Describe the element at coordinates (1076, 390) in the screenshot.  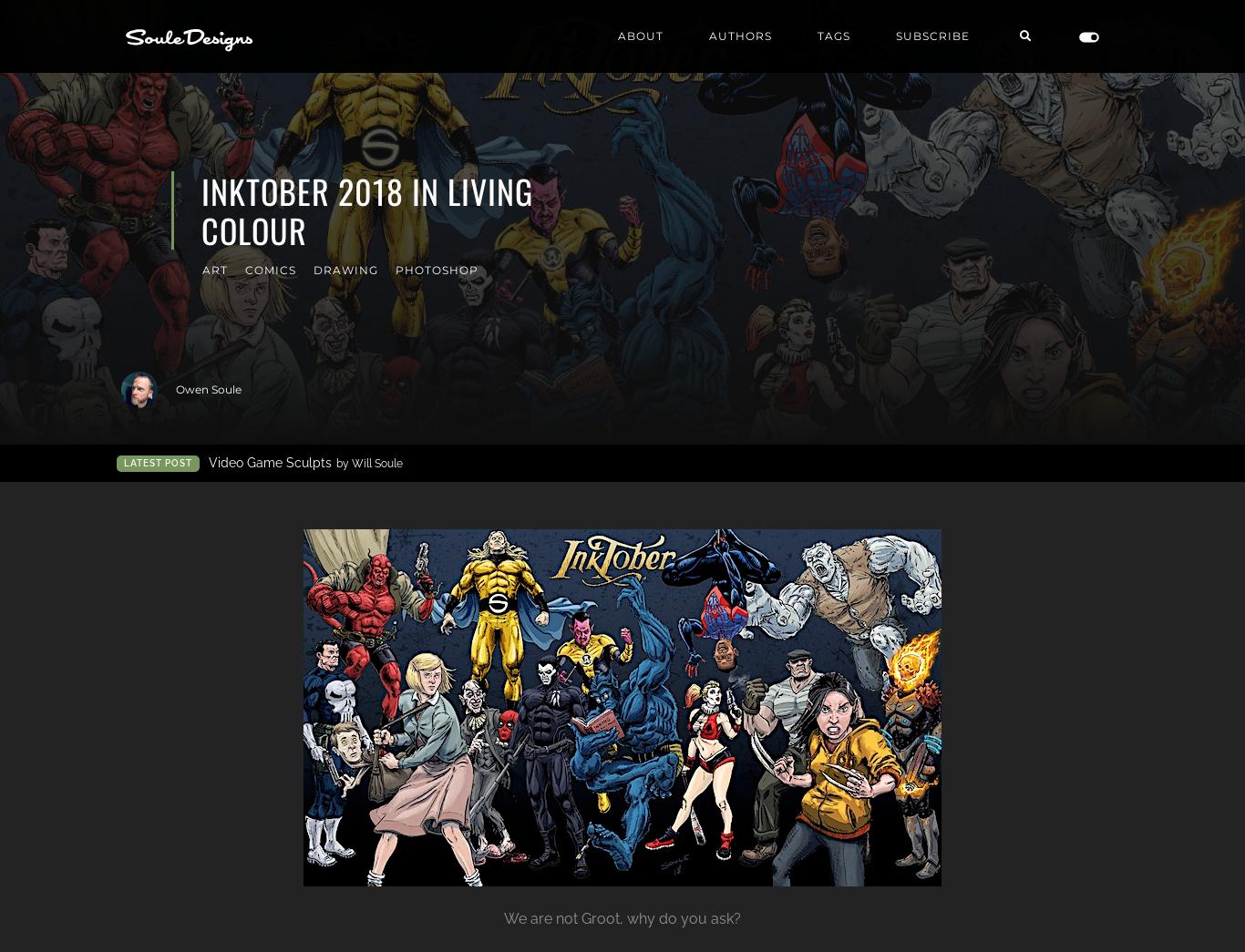
I see `'November 13, 2018'` at that location.